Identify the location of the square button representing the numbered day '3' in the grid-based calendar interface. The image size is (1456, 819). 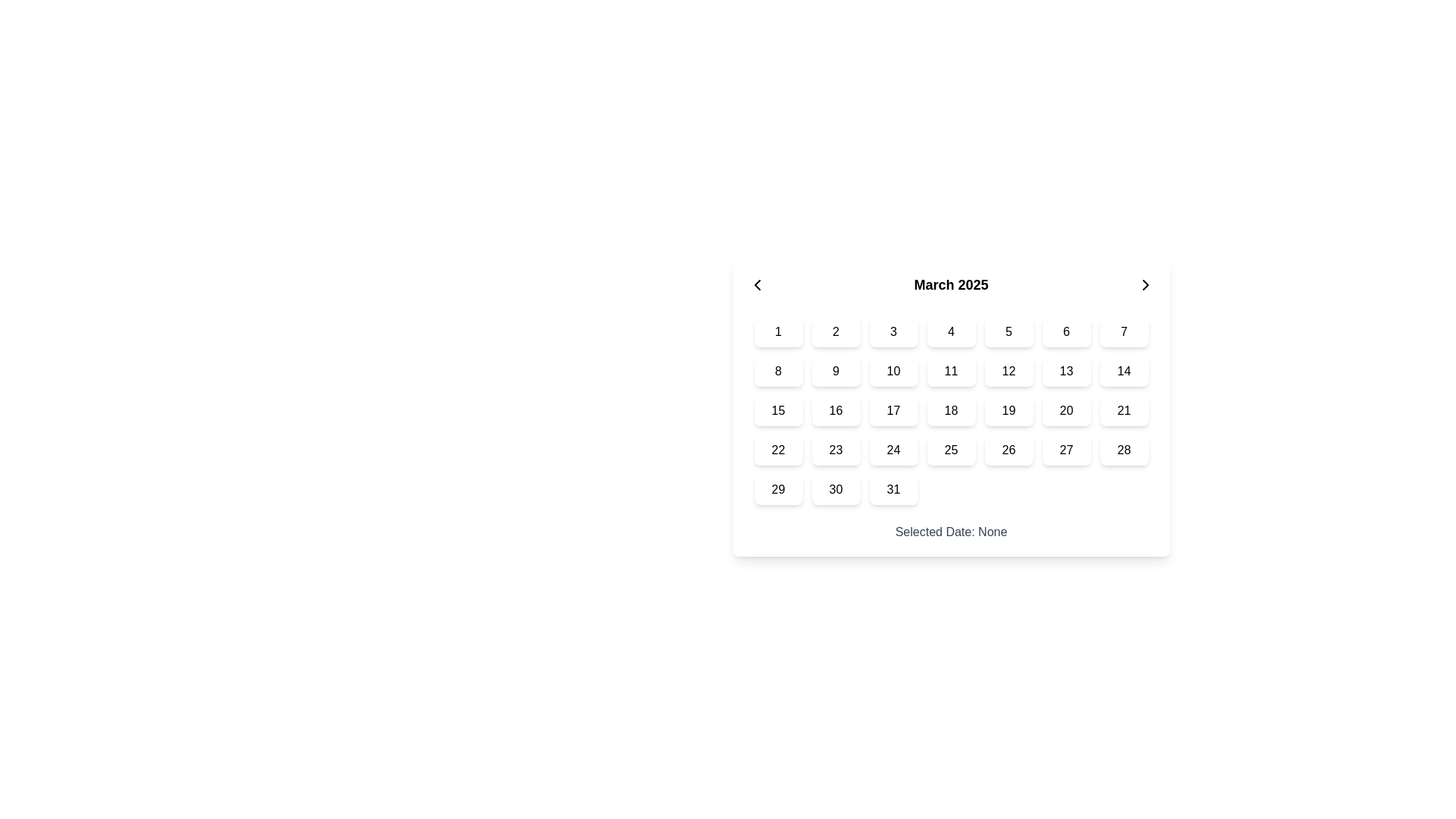
(893, 331).